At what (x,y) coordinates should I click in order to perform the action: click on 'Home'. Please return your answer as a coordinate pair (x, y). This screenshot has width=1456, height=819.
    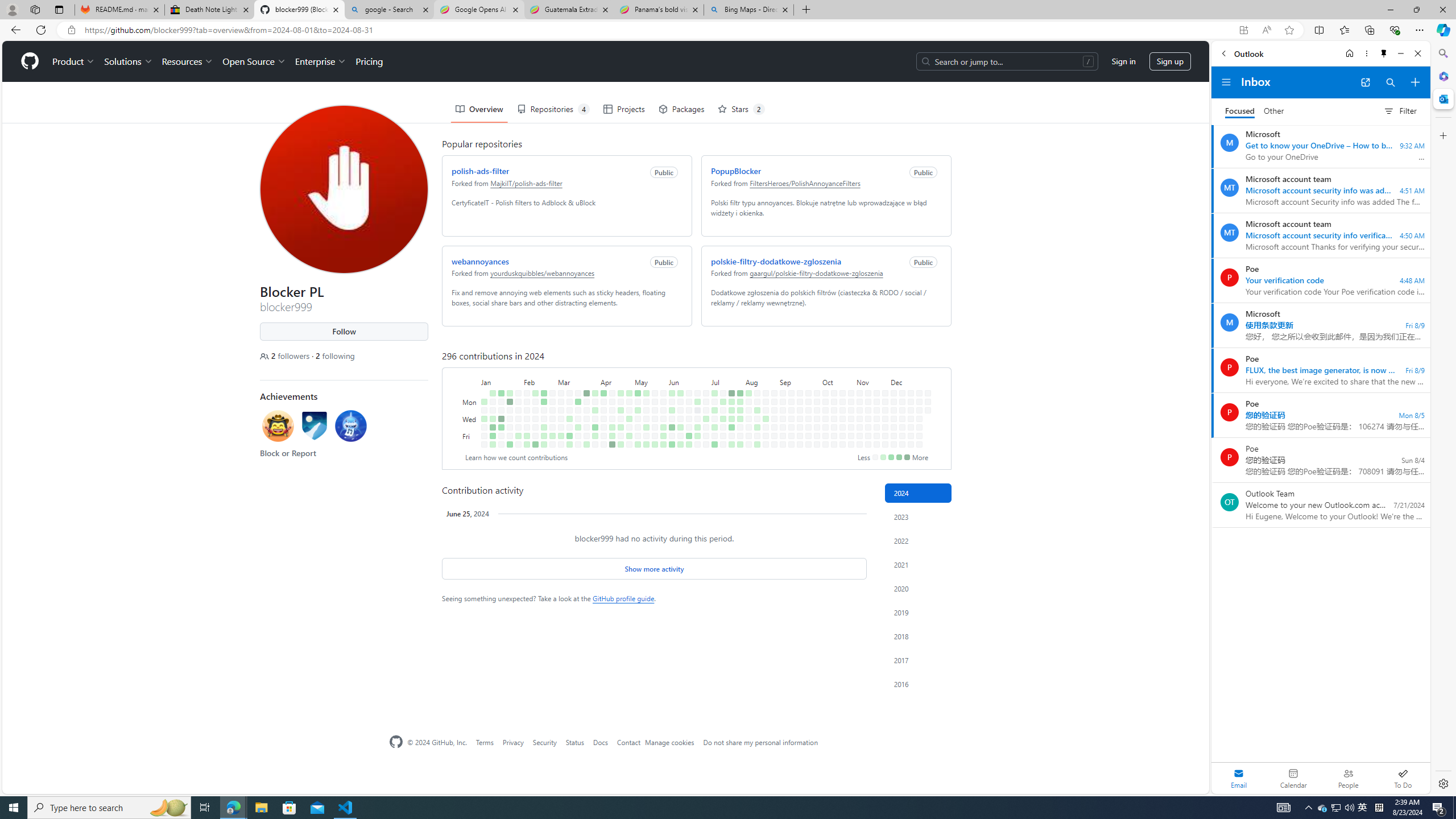
    Looking at the image, I should click on (1349, 53).